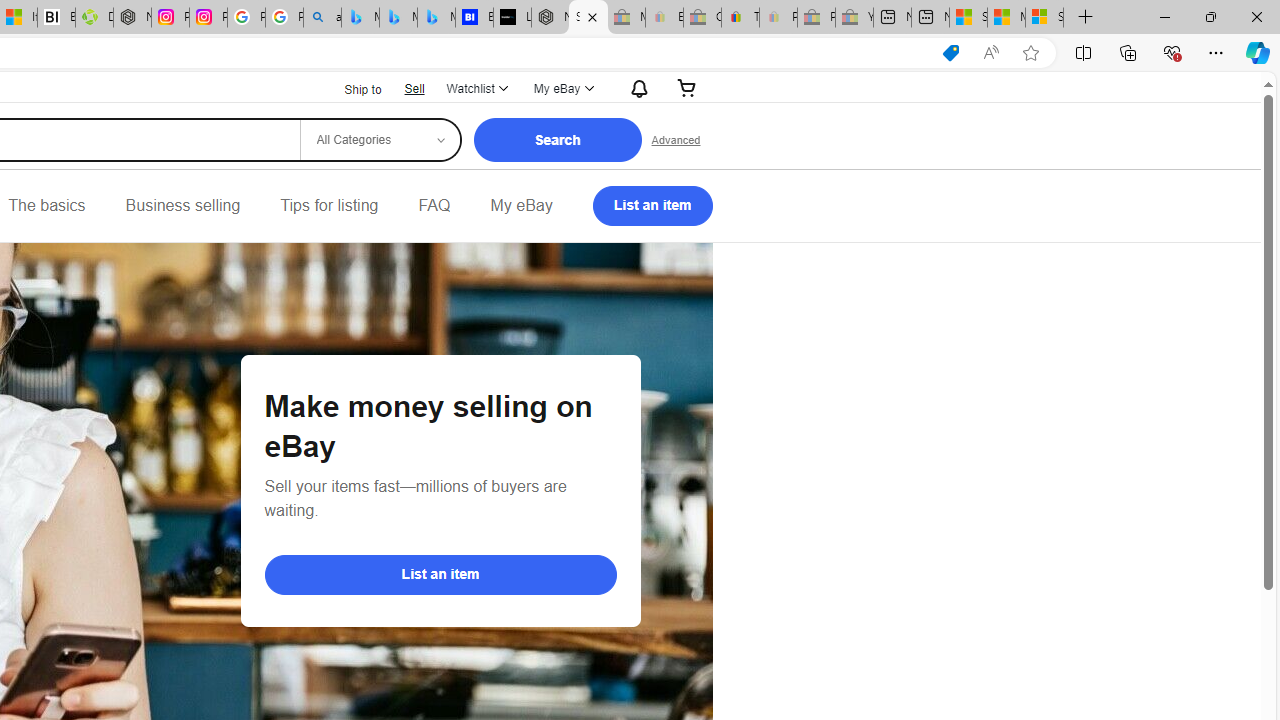 The height and width of the screenshot is (720, 1280). Describe the element at coordinates (521, 205) in the screenshot. I see `'My eBay'` at that location.